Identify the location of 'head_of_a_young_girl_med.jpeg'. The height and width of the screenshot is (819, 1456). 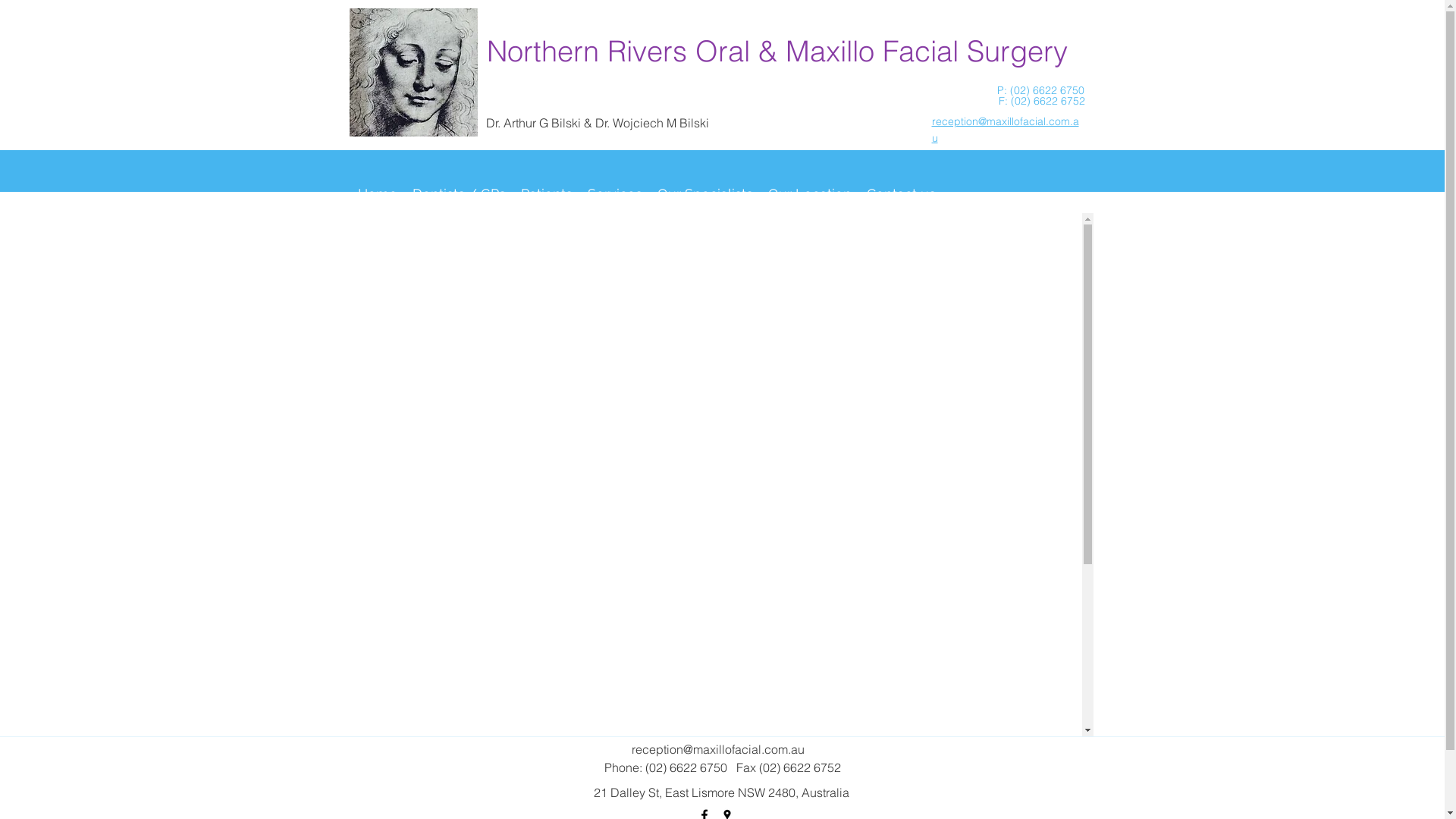
(413, 72).